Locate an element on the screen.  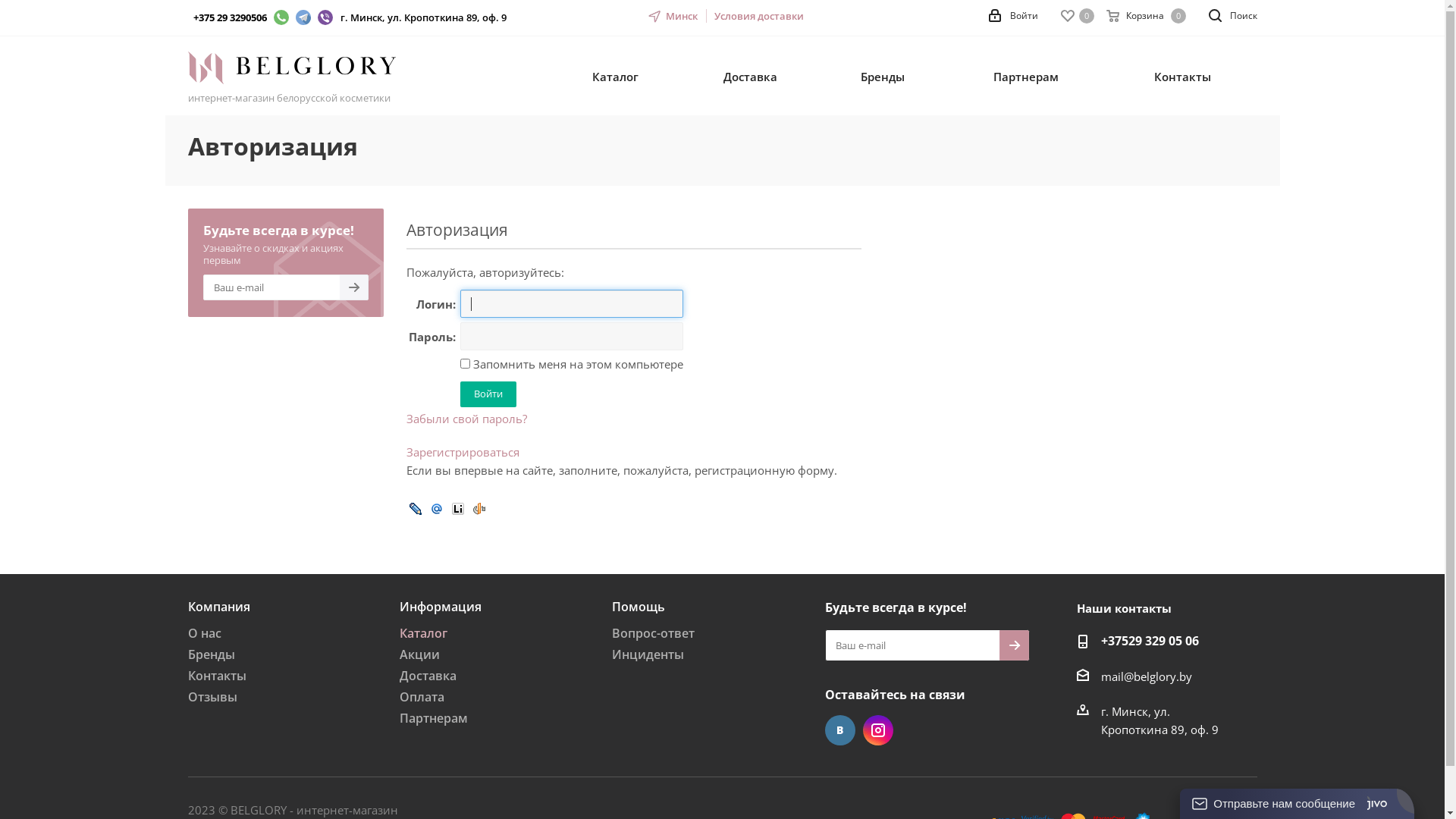
'OpenID' is located at coordinates (477, 507).